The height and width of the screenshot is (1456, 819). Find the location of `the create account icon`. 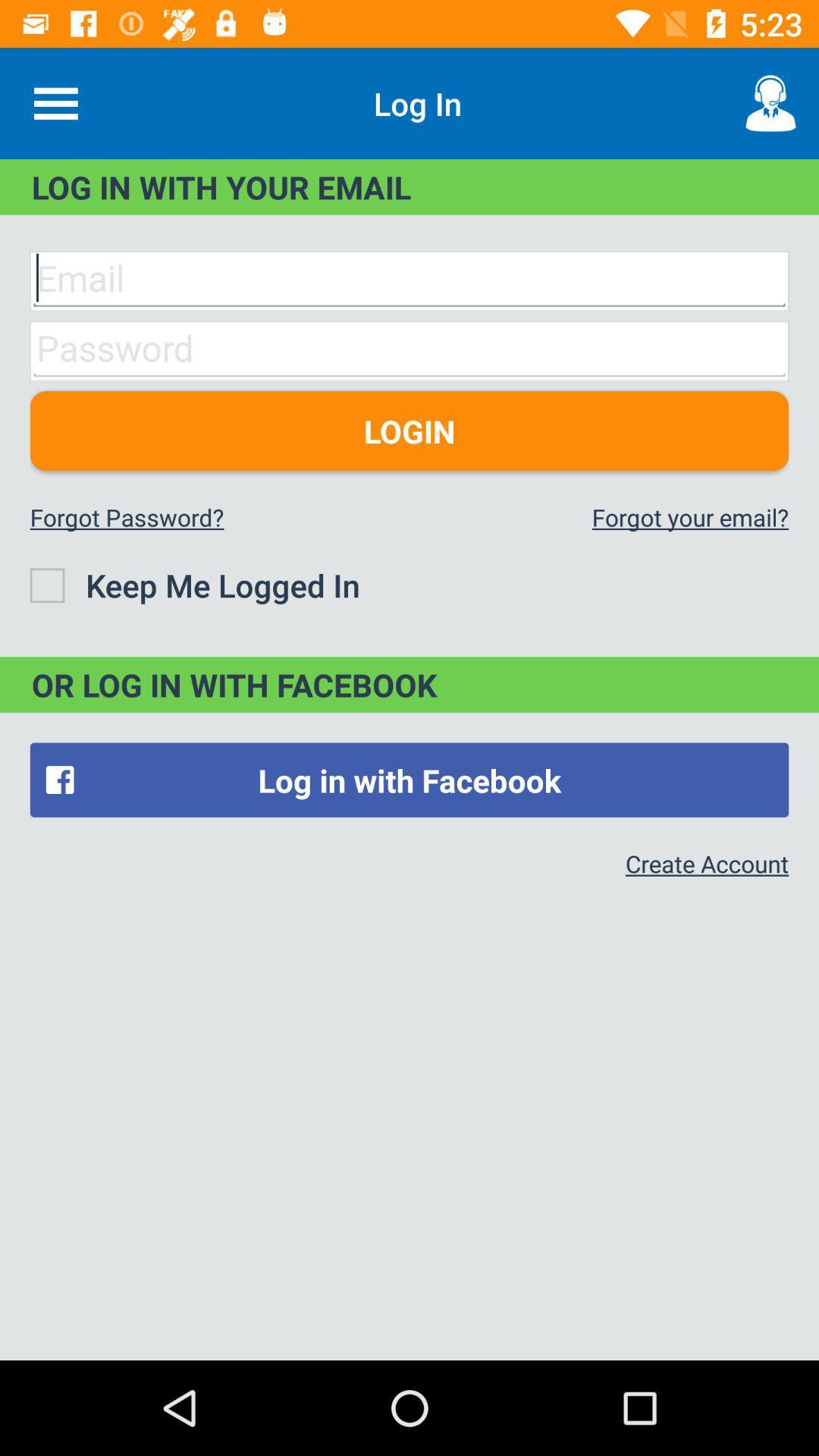

the create account icon is located at coordinates (707, 863).